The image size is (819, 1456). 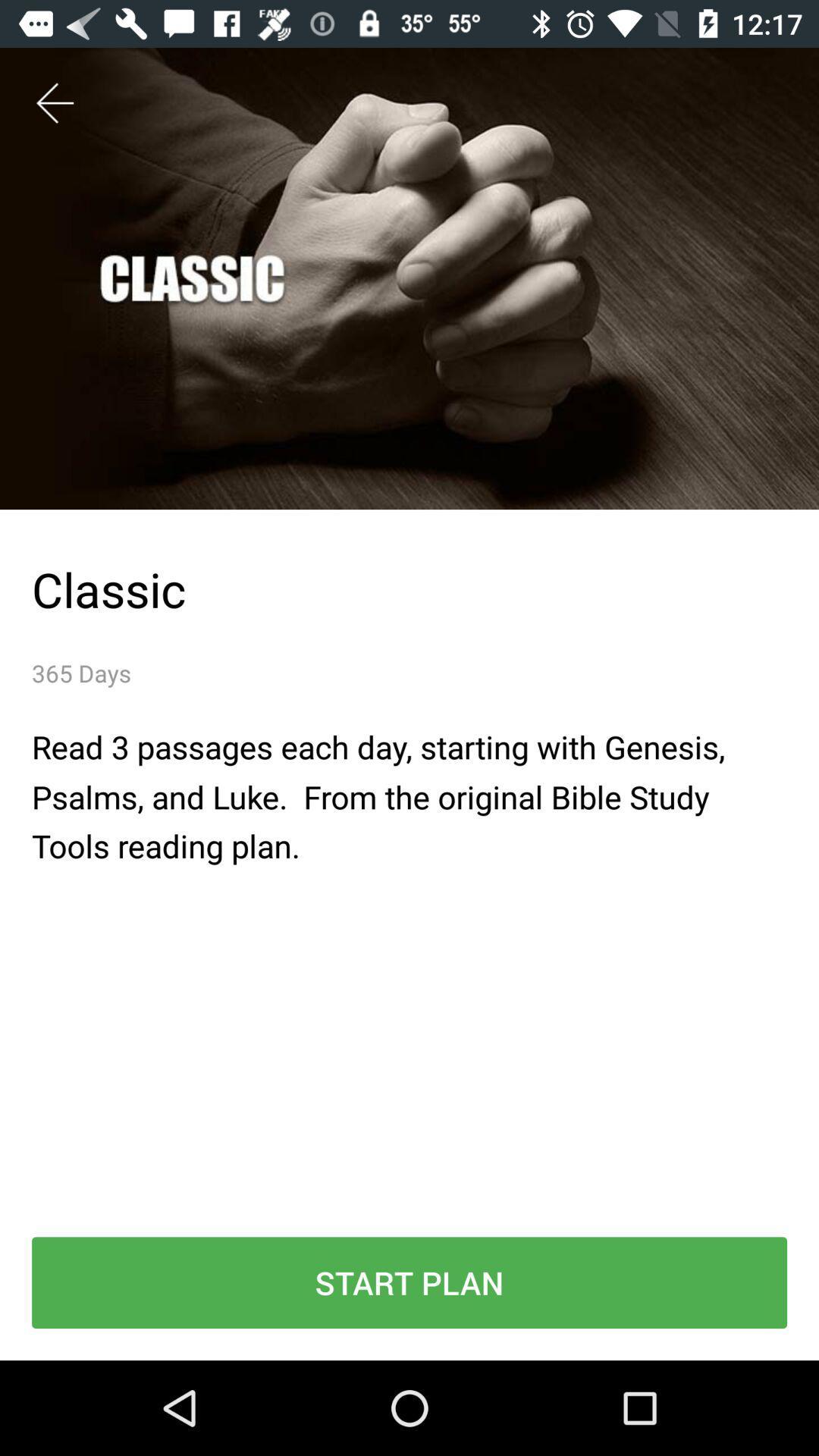 I want to click on start plan item, so click(x=409, y=1282).